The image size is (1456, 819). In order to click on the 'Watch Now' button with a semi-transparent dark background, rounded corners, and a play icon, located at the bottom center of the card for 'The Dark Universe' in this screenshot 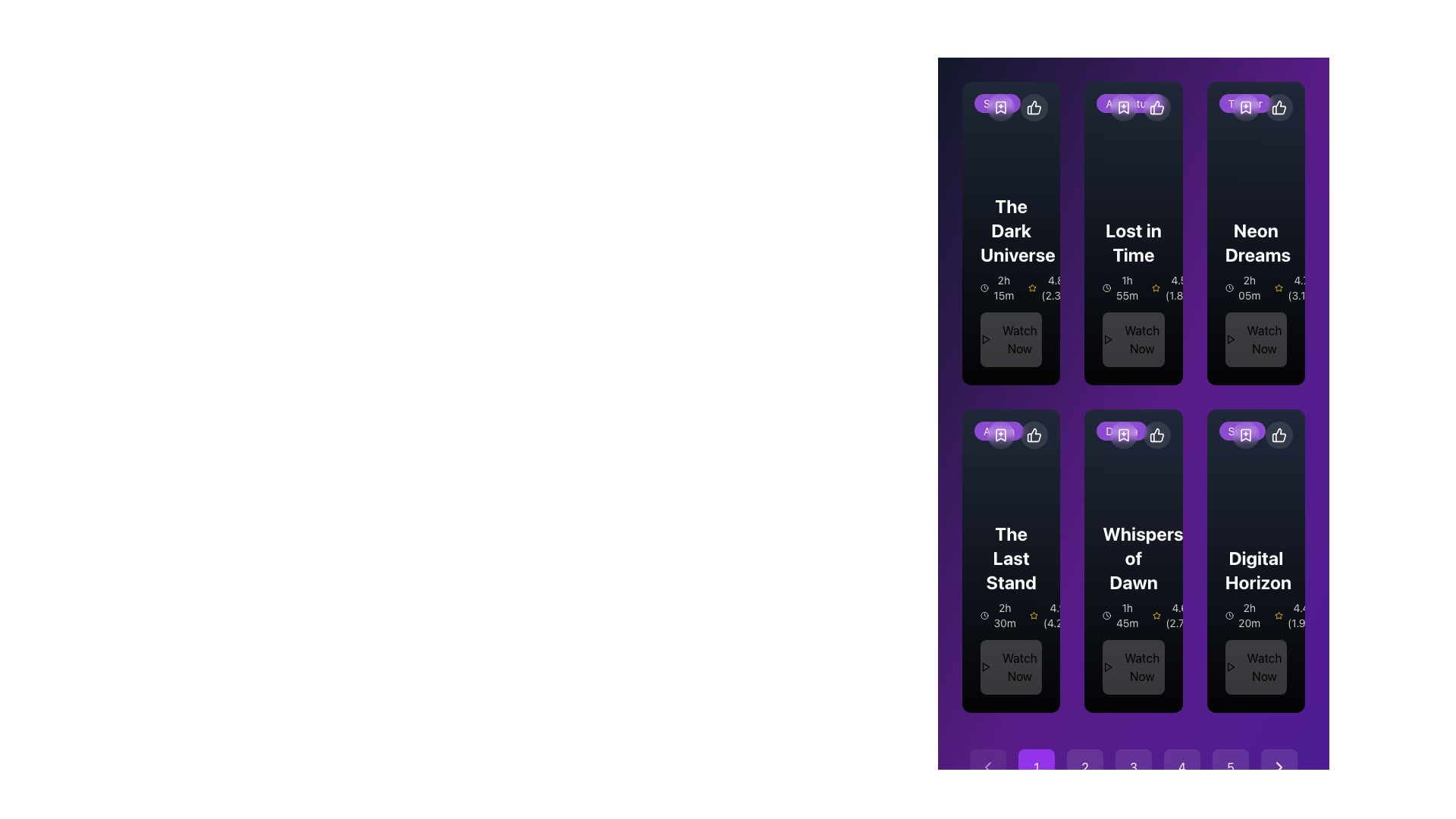, I will do `click(1011, 338)`.